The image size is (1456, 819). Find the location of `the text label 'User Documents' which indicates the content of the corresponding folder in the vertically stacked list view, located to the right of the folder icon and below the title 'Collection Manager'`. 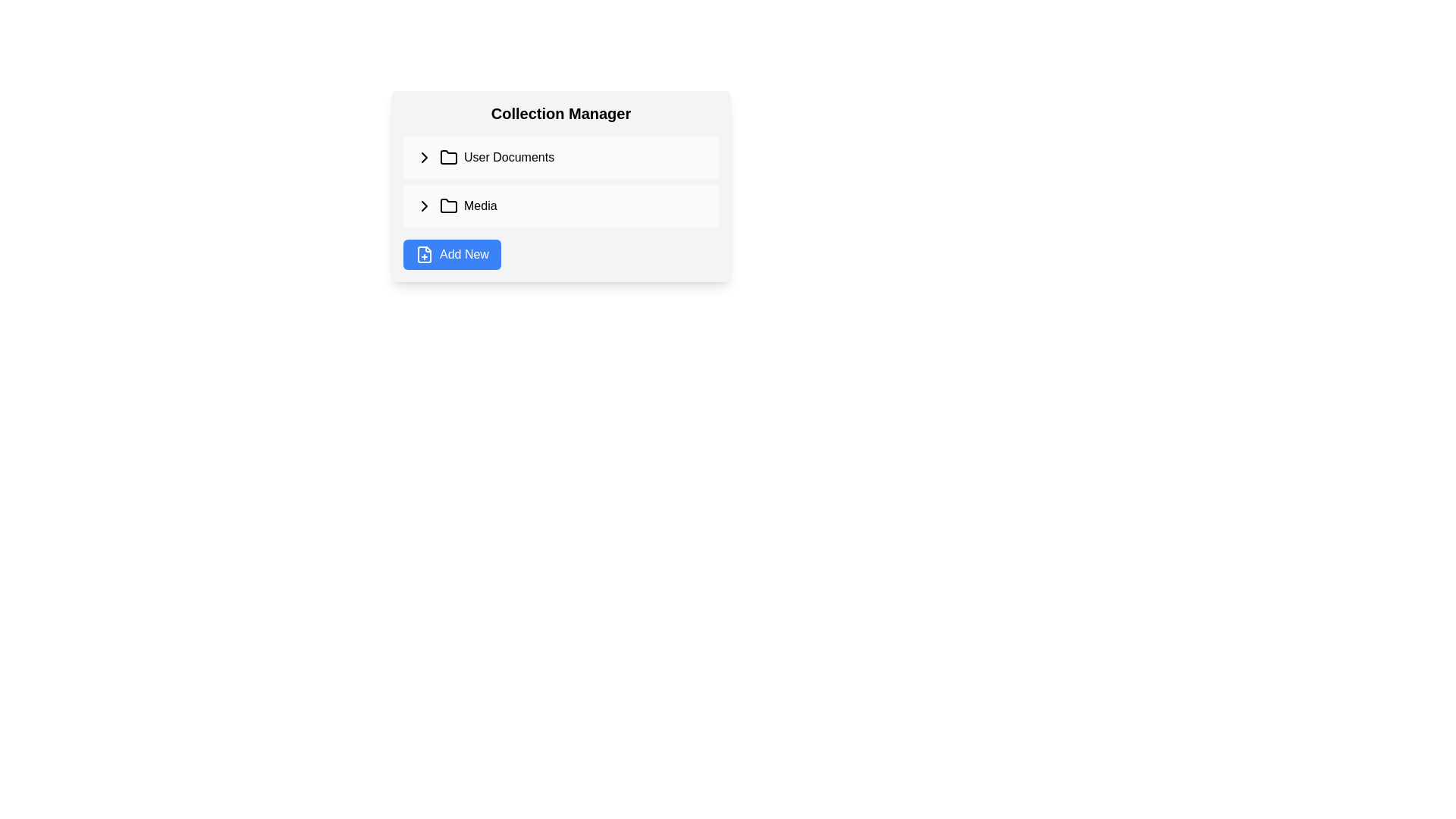

the text label 'User Documents' which indicates the content of the corresponding folder in the vertically stacked list view, located to the right of the folder icon and below the title 'Collection Manager' is located at coordinates (509, 158).